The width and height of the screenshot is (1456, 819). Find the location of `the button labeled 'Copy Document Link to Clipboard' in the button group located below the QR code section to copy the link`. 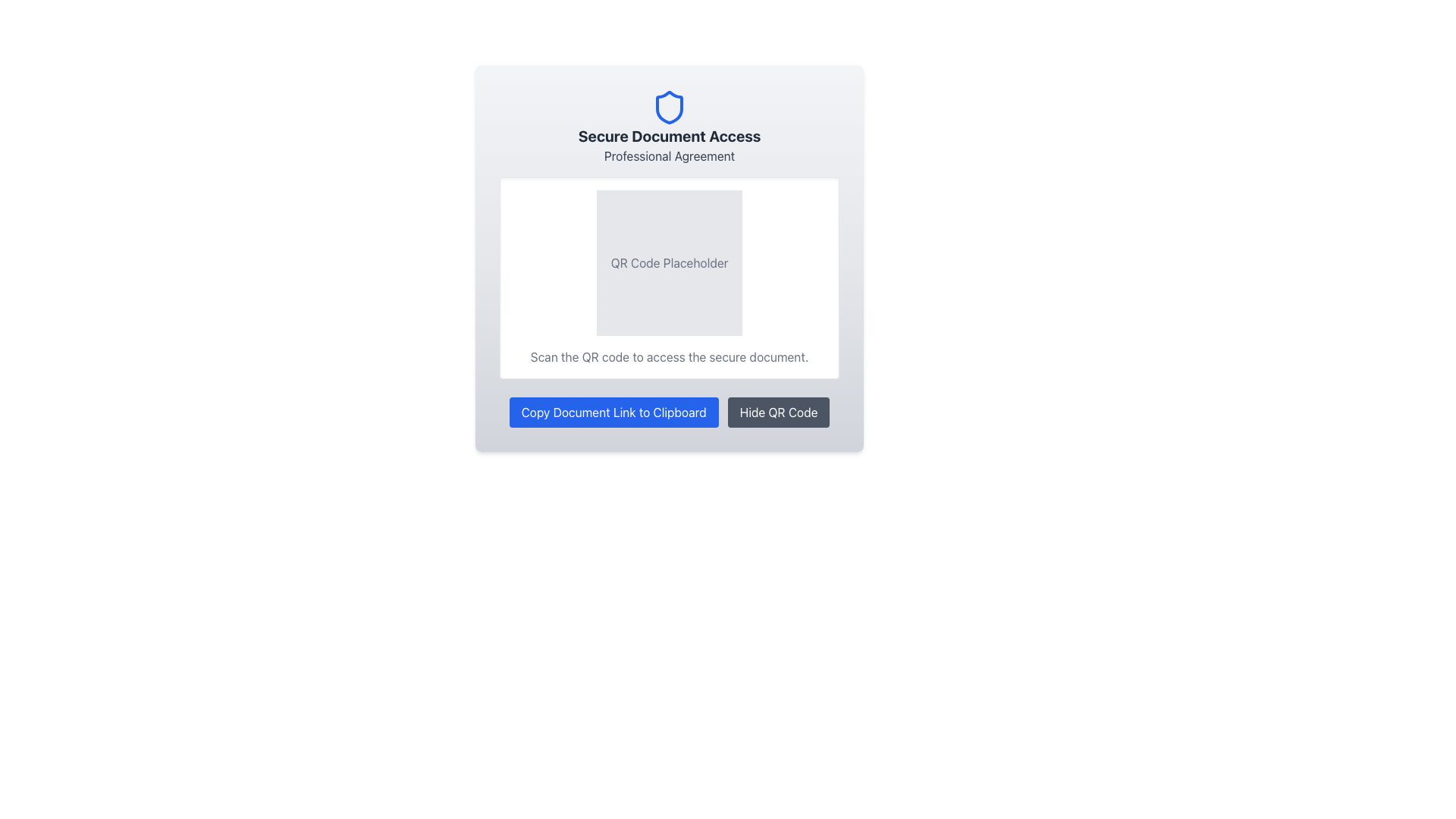

the button labeled 'Copy Document Link to Clipboard' in the button group located below the QR code section to copy the link is located at coordinates (669, 412).